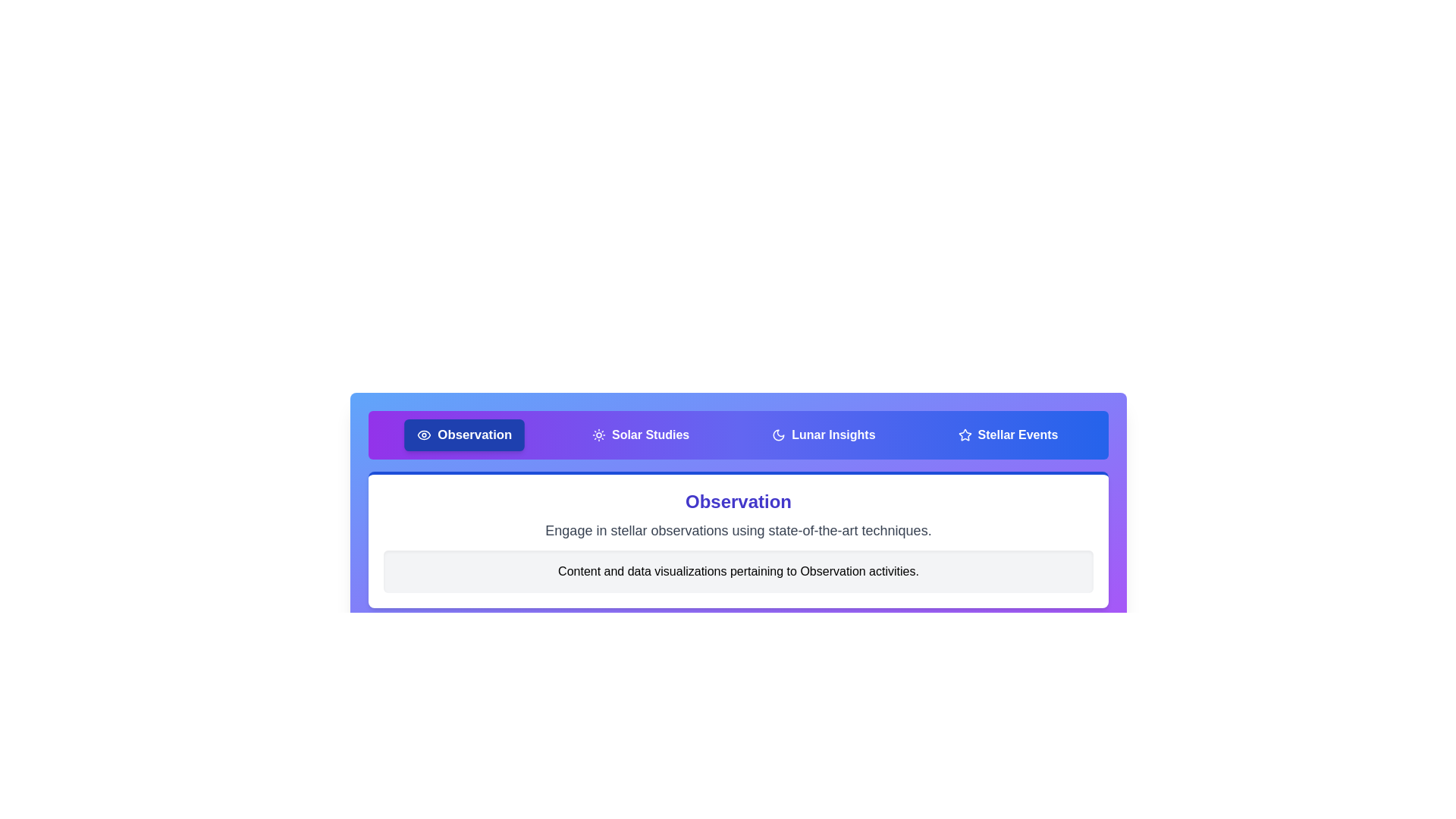 This screenshot has width=1456, height=819. What do you see at coordinates (641, 435) in the screenshot?
I see `the tab labeled Solar Studies to observe its hover effect` at bounding box center [641, 435].